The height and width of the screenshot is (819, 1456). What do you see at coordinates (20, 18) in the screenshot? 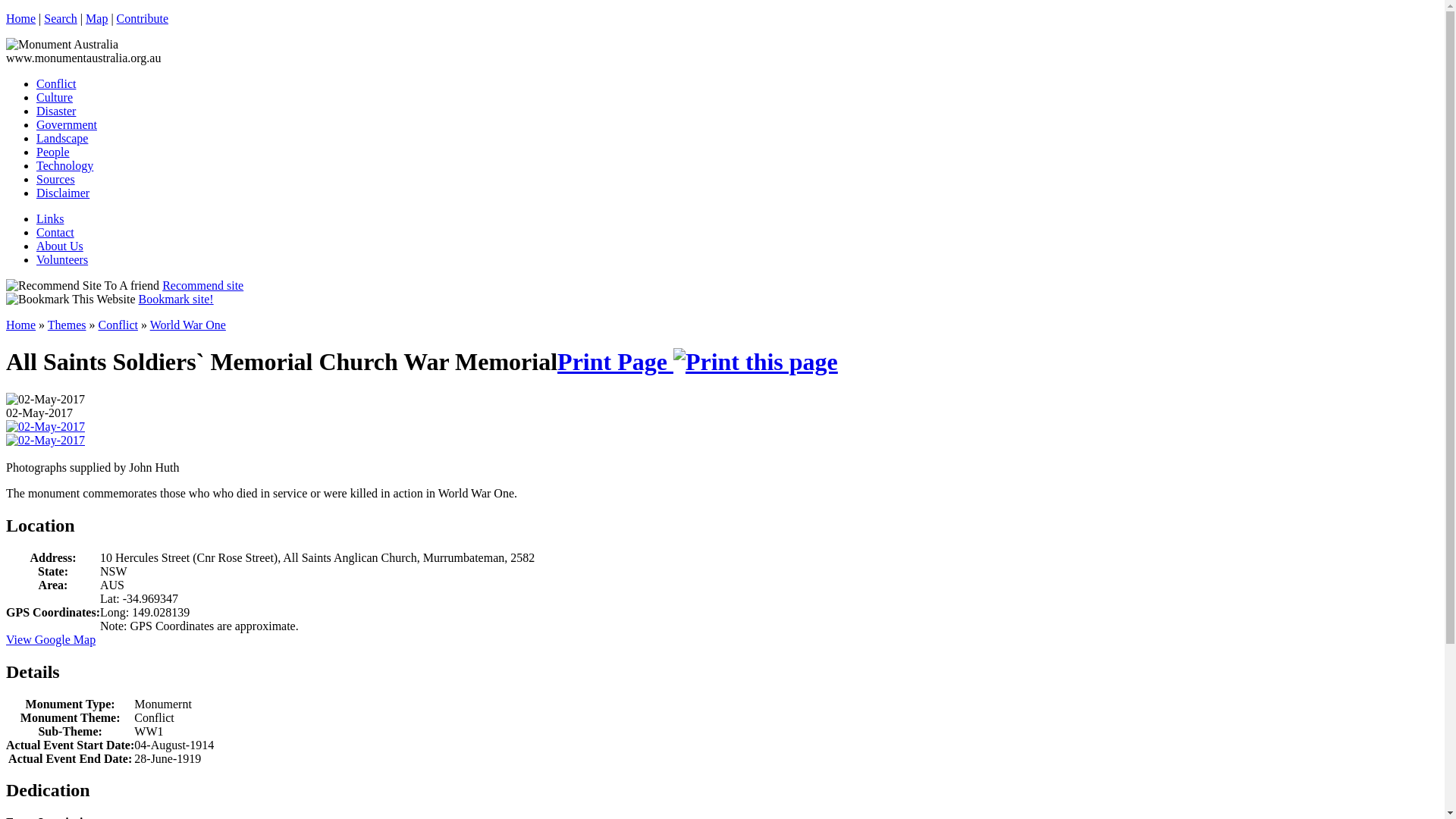
I see `'Home'` at bounding box center [20, 18].